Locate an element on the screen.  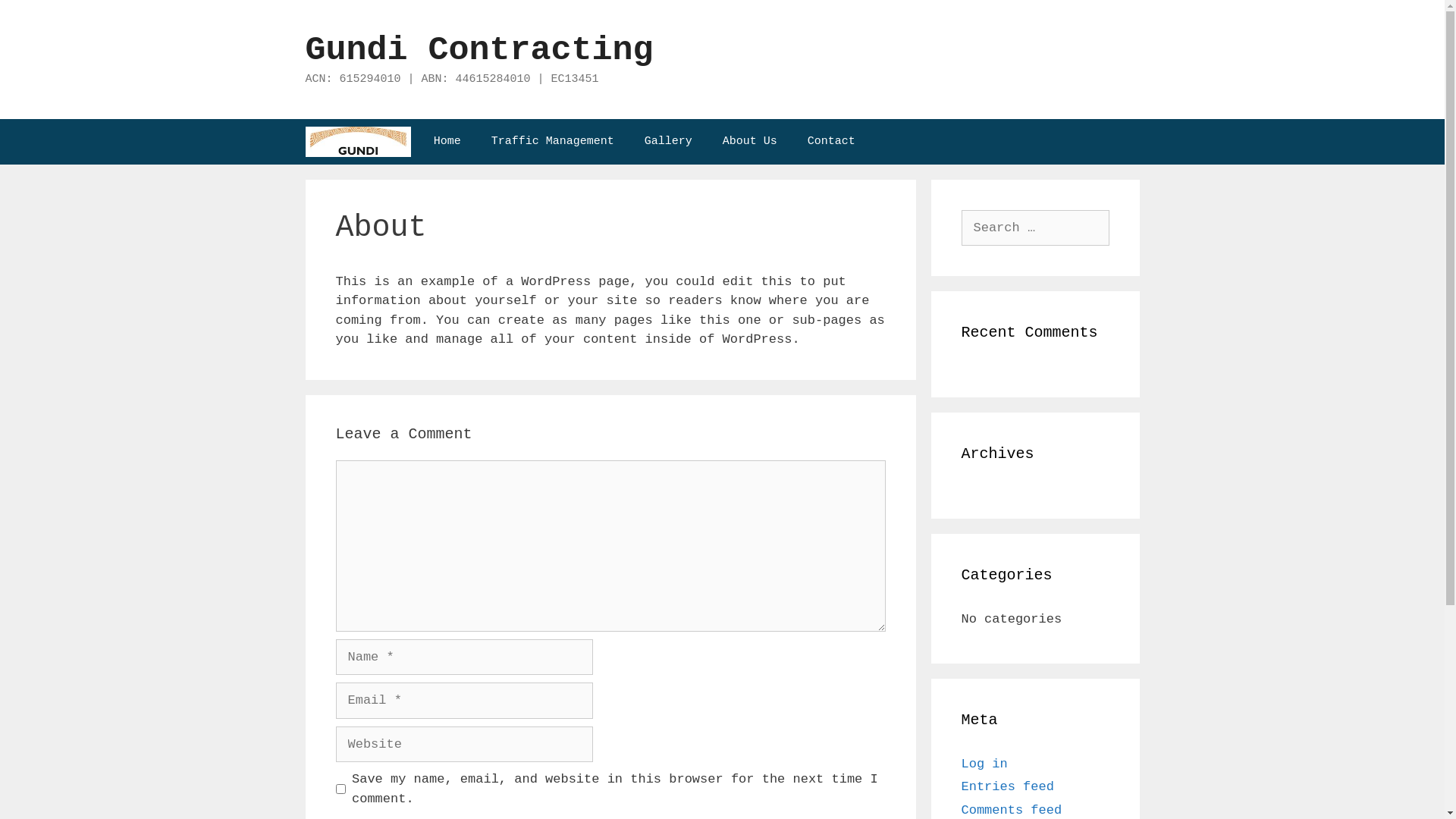
'Entries feed' is located at coordinates (960, 786).